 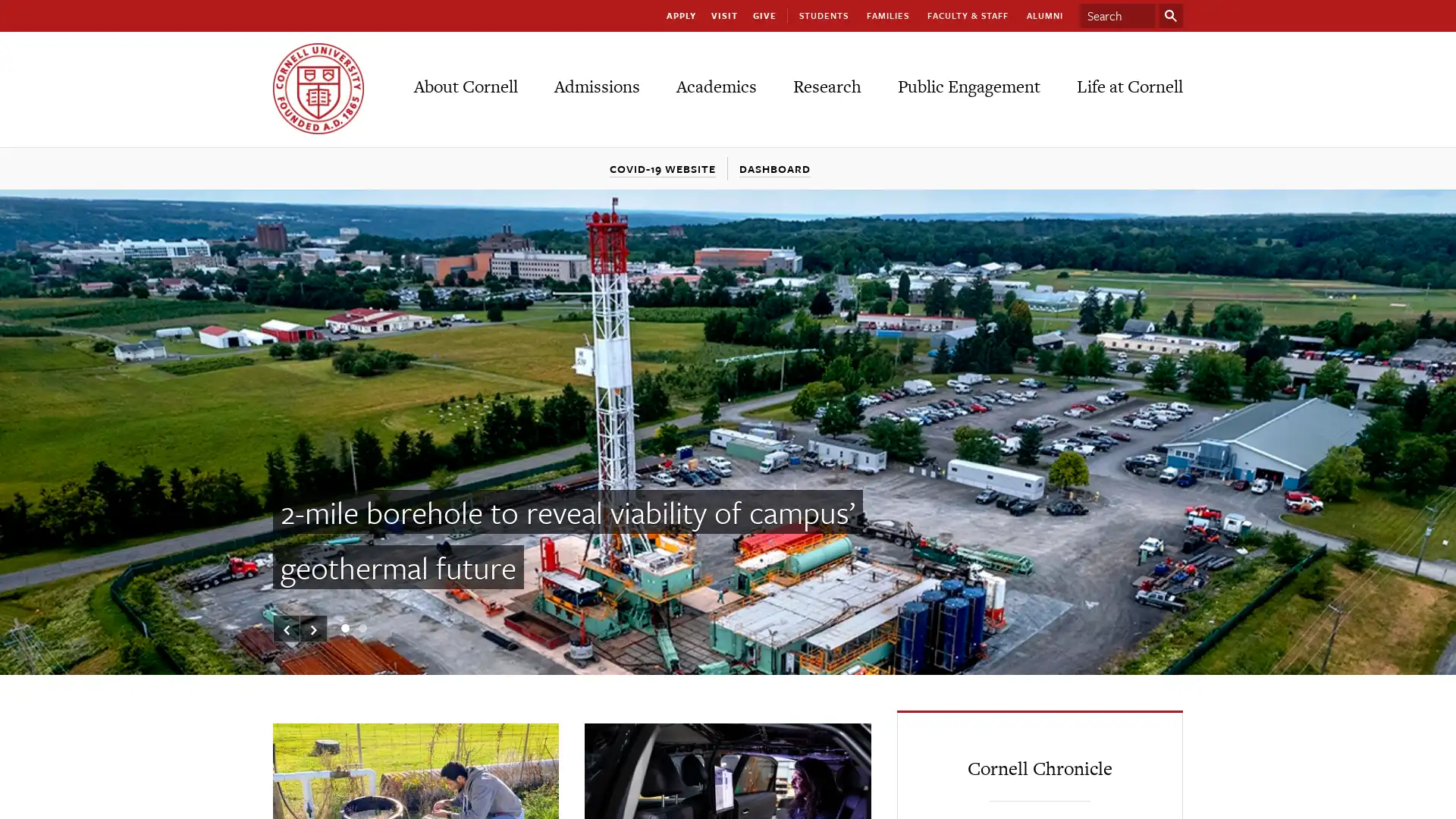 What do you see at coordinates (312, 629) in the screenshot?
I see `Next slide` at bounding box center [312, 629].